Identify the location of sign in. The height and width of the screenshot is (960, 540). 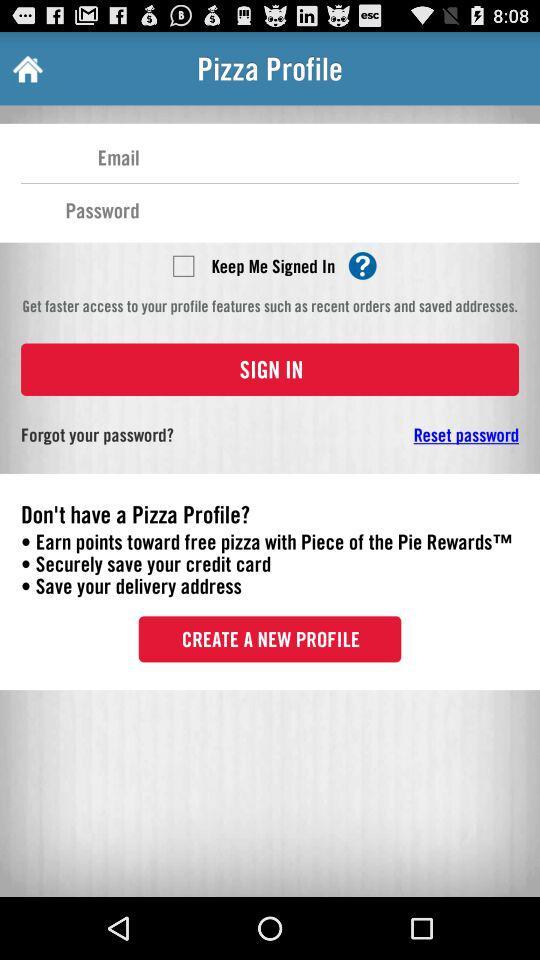
(270, 368).